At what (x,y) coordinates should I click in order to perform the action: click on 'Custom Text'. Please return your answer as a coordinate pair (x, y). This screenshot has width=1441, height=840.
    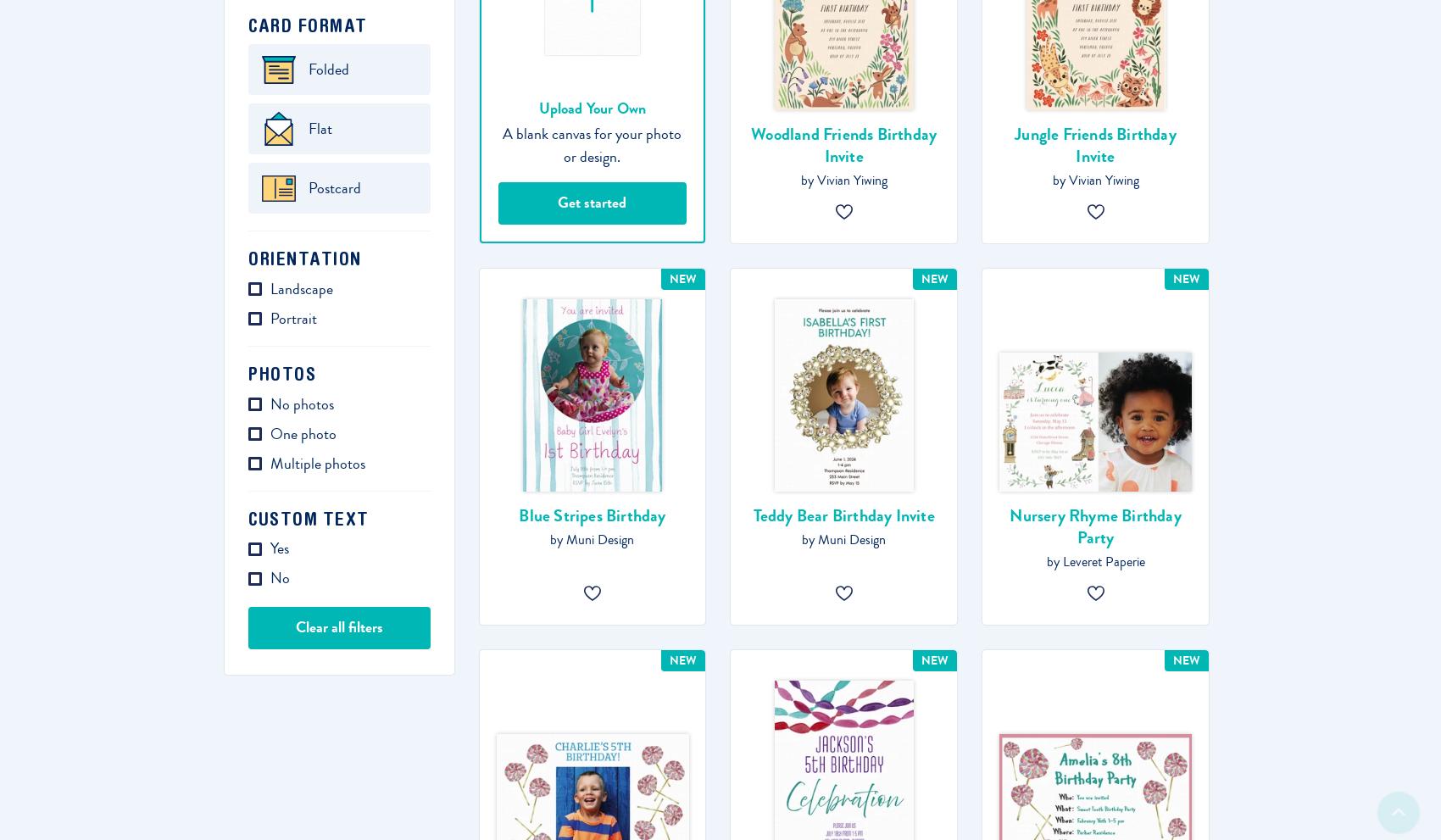
    Looking at the image, I should click on (307, 517).